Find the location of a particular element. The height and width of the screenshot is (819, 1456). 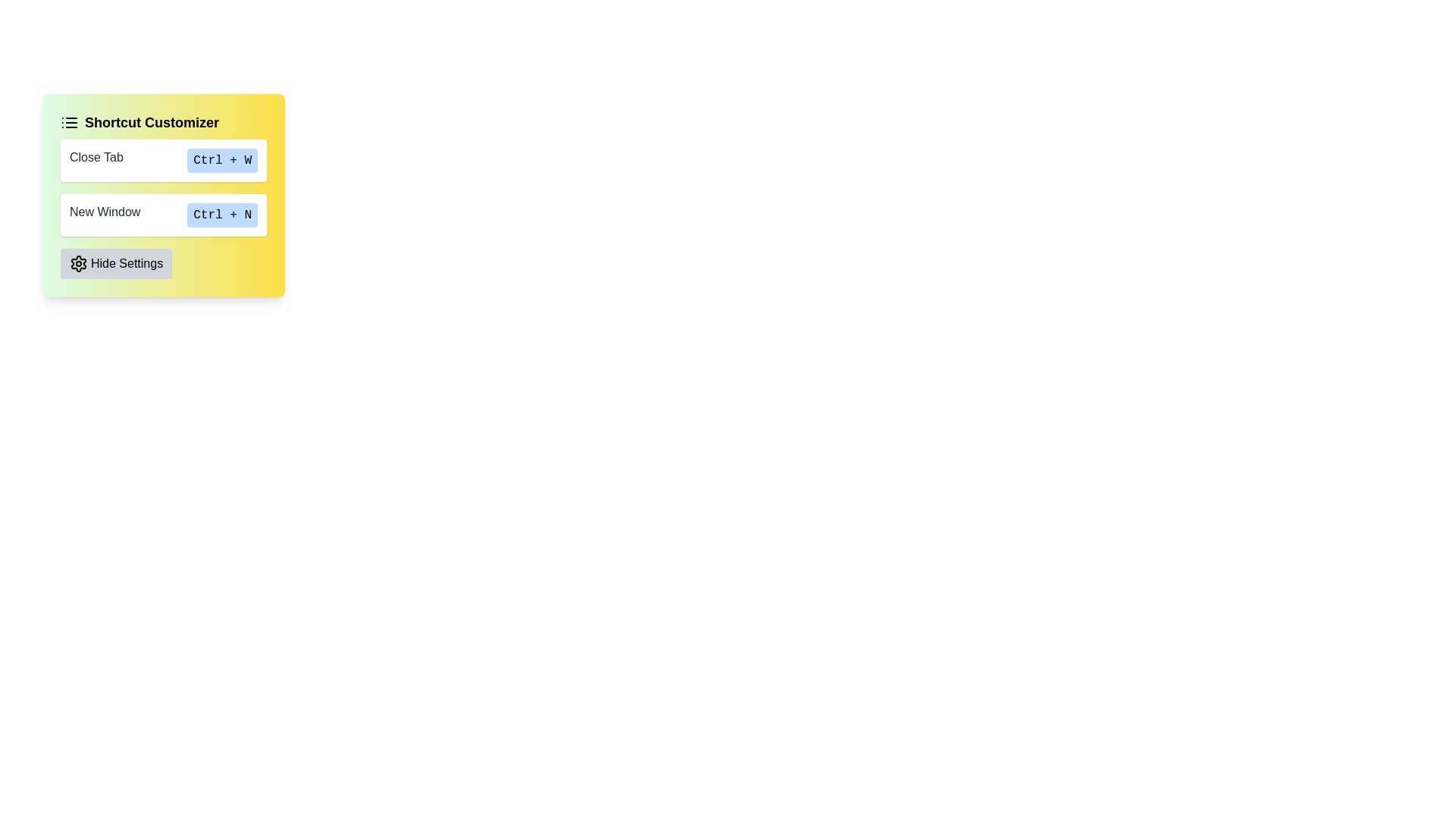

the text element labeled 'New Window' which is styled in dark gray and located near the 'Ctrl + N' blue button in the Shortcut Customizer interface is located at coordinates (104, 215).